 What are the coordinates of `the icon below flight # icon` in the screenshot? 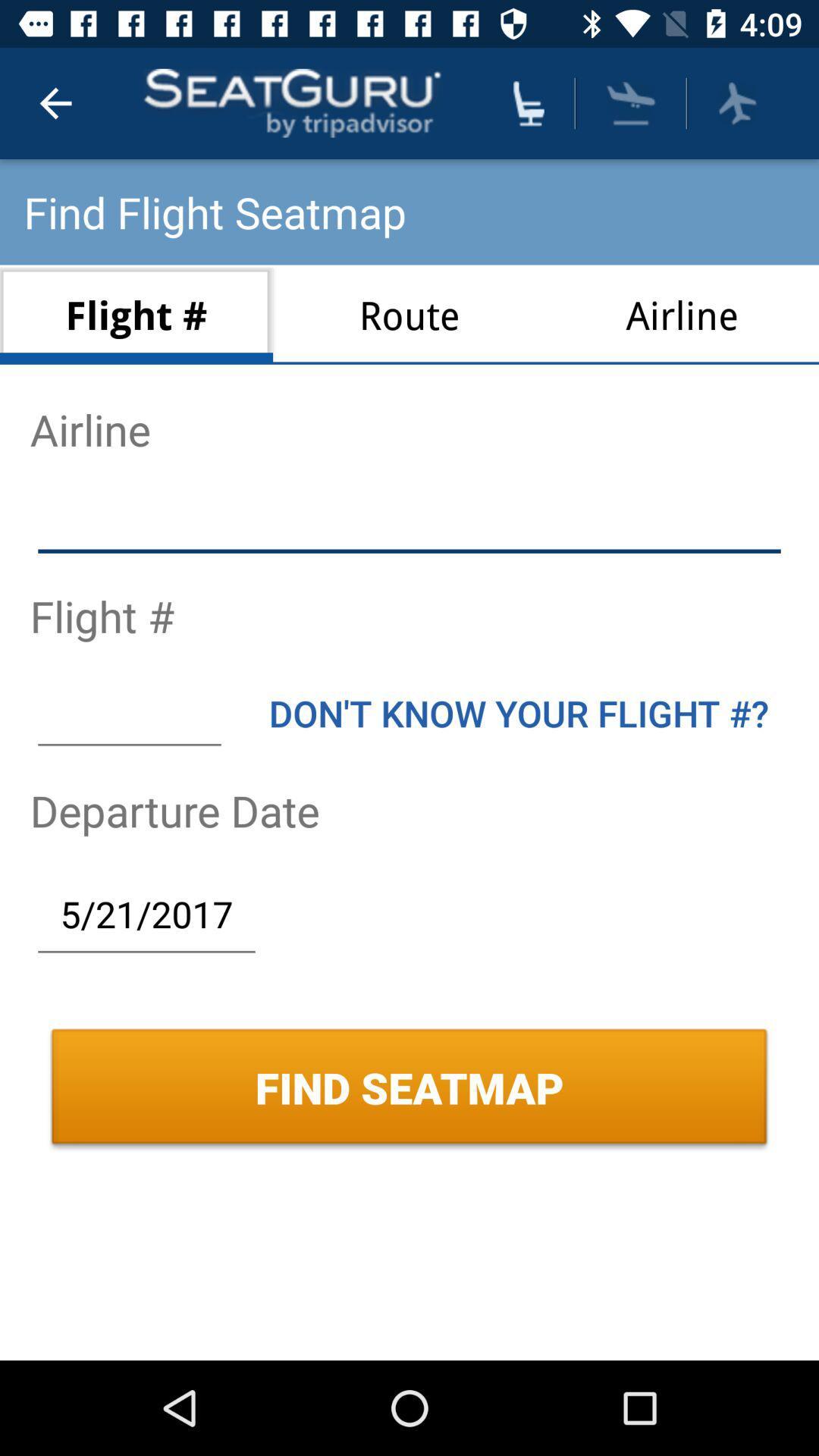 It's located at (128, 712).